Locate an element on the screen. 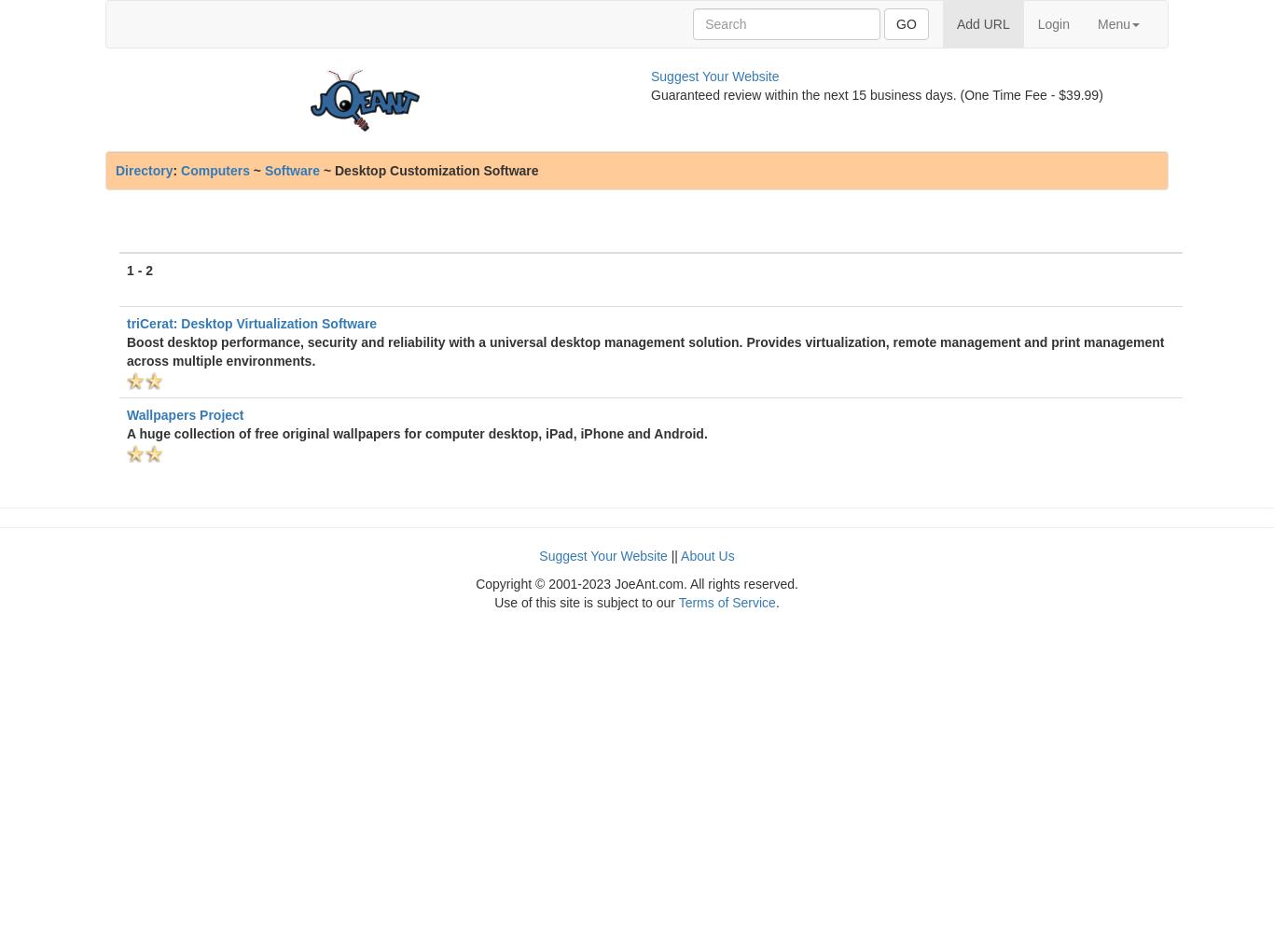 The image size is (1288, 933). 'Login' is located at coordinates (1051, 24).